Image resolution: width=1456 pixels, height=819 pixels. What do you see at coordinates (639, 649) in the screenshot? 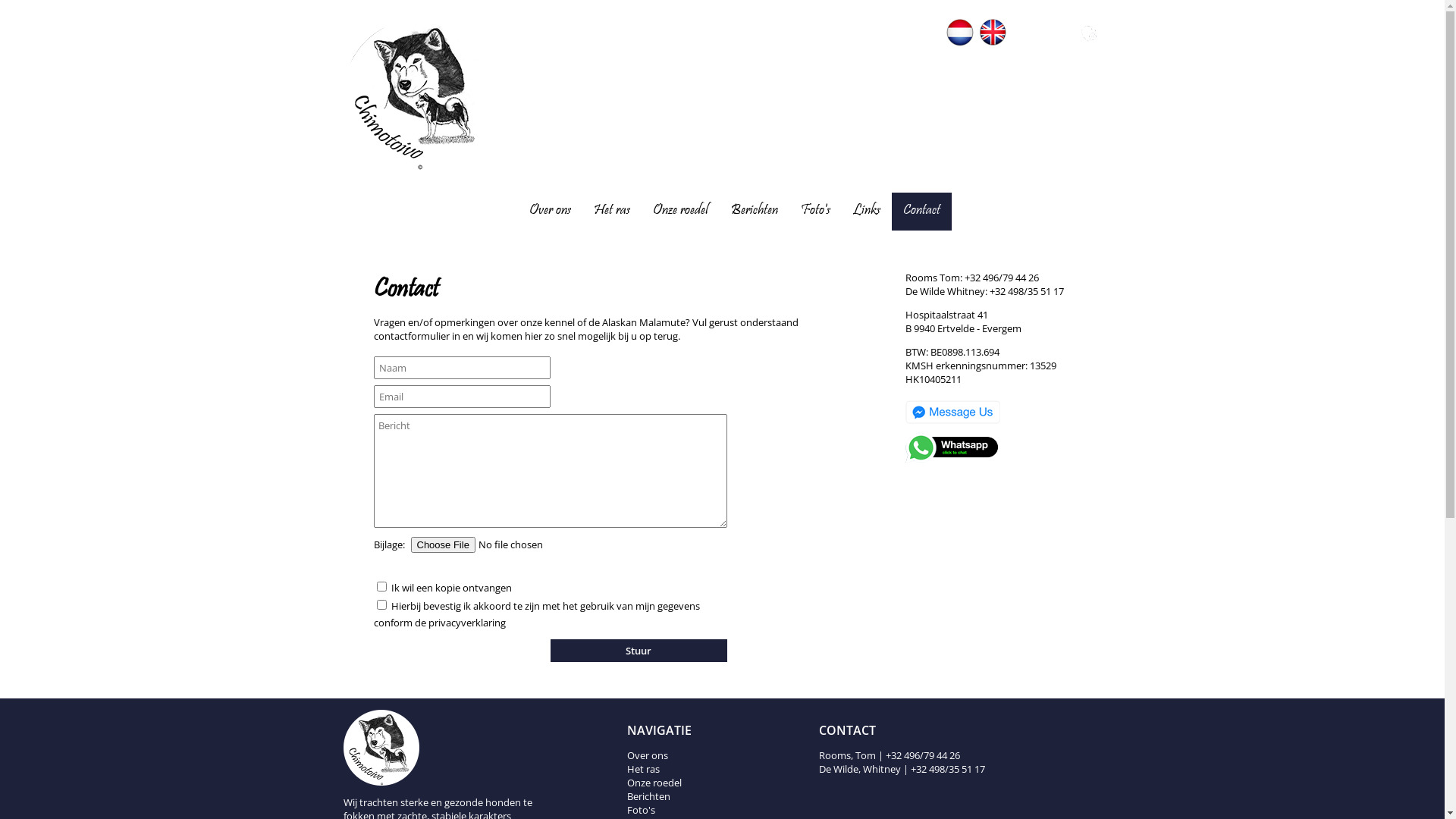
I see `'Stuur'` at bounding box center [639, 649].